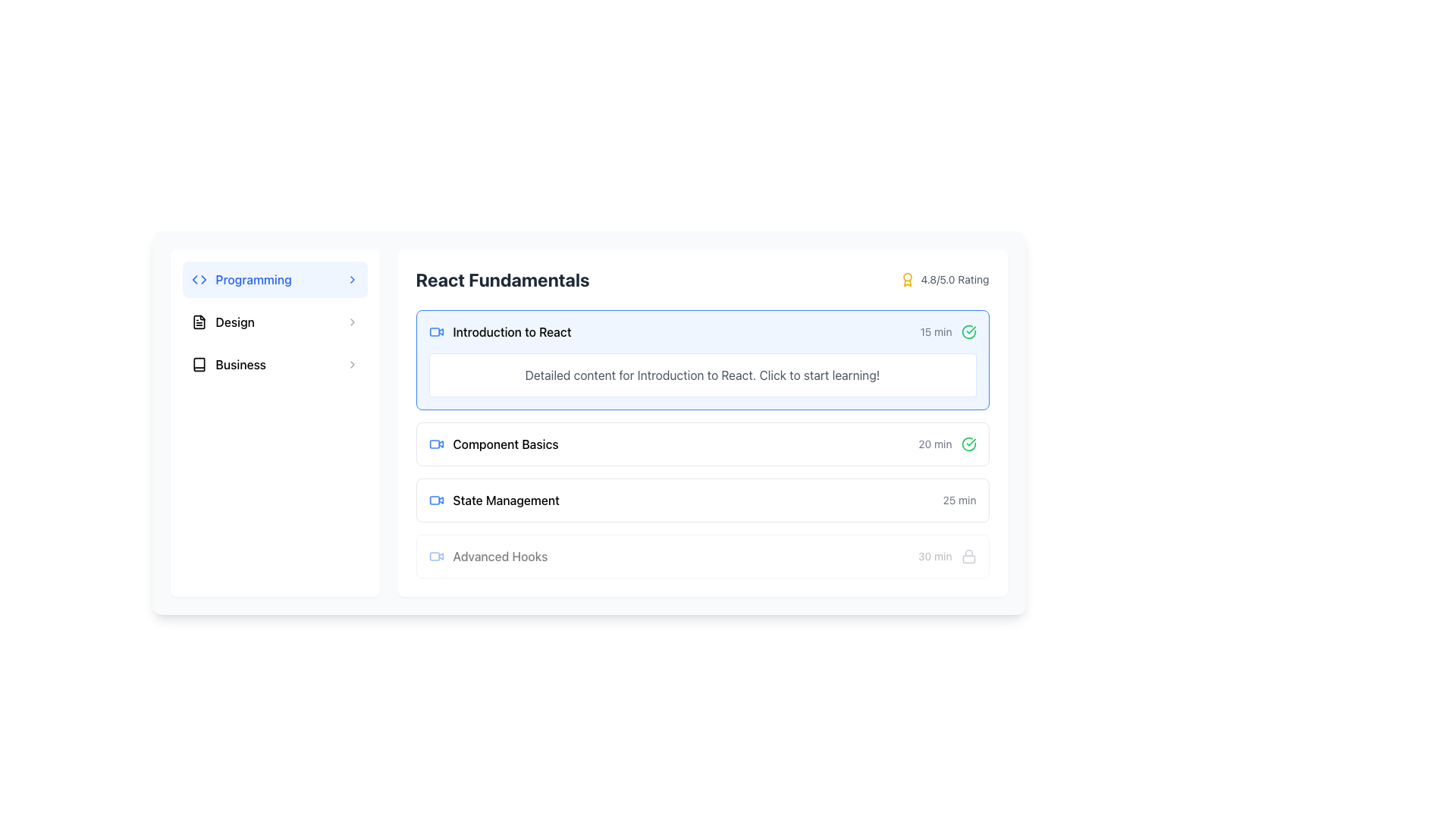 The image size is (1456, 819). Describe the element at coordinates (488, 556) in the screenshot. I see `the 'Advanced Hooks' text with the blue video icon` at that location.